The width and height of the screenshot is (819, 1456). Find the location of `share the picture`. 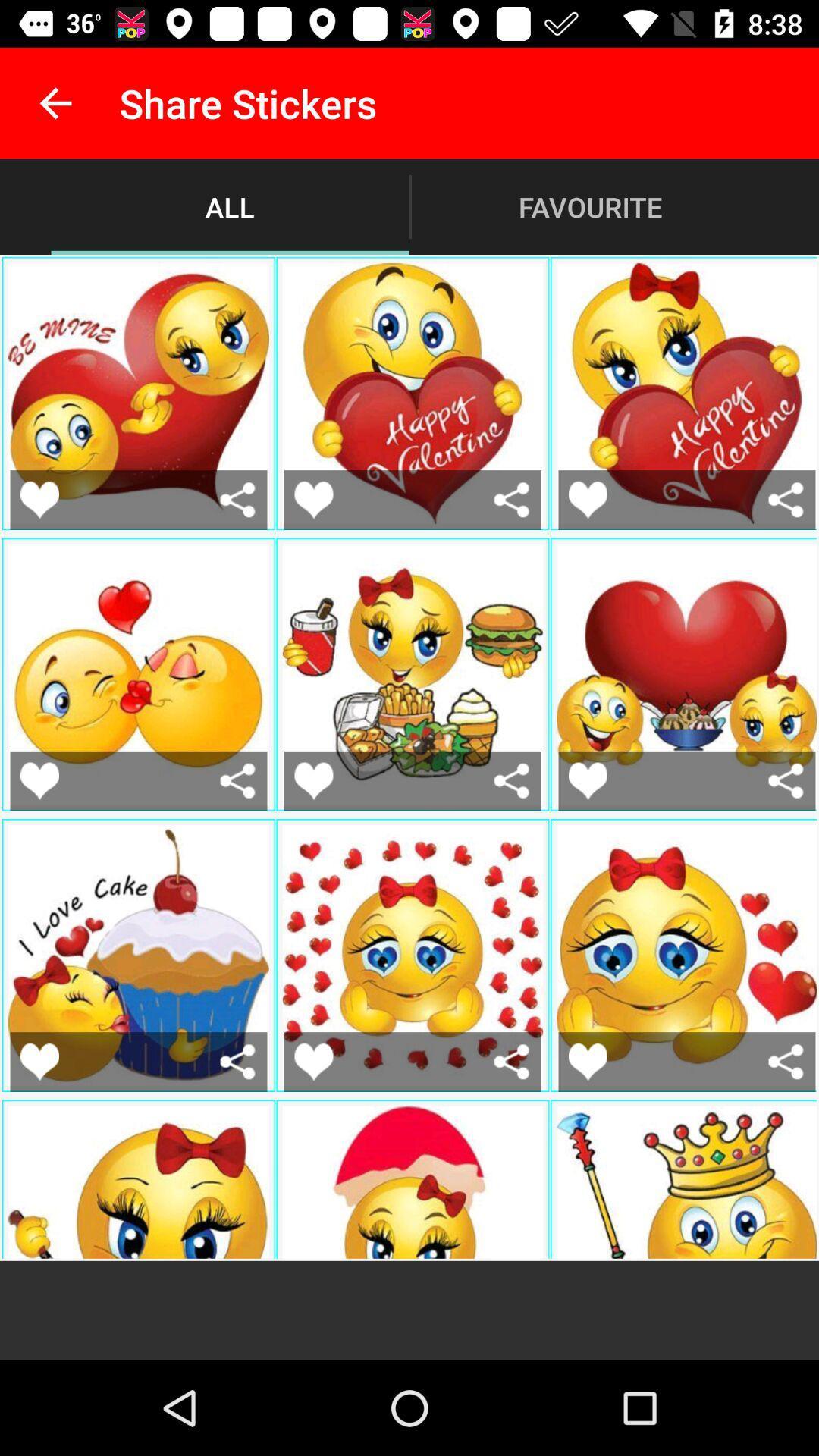

share the picture is located at coordinates (237, 1061).